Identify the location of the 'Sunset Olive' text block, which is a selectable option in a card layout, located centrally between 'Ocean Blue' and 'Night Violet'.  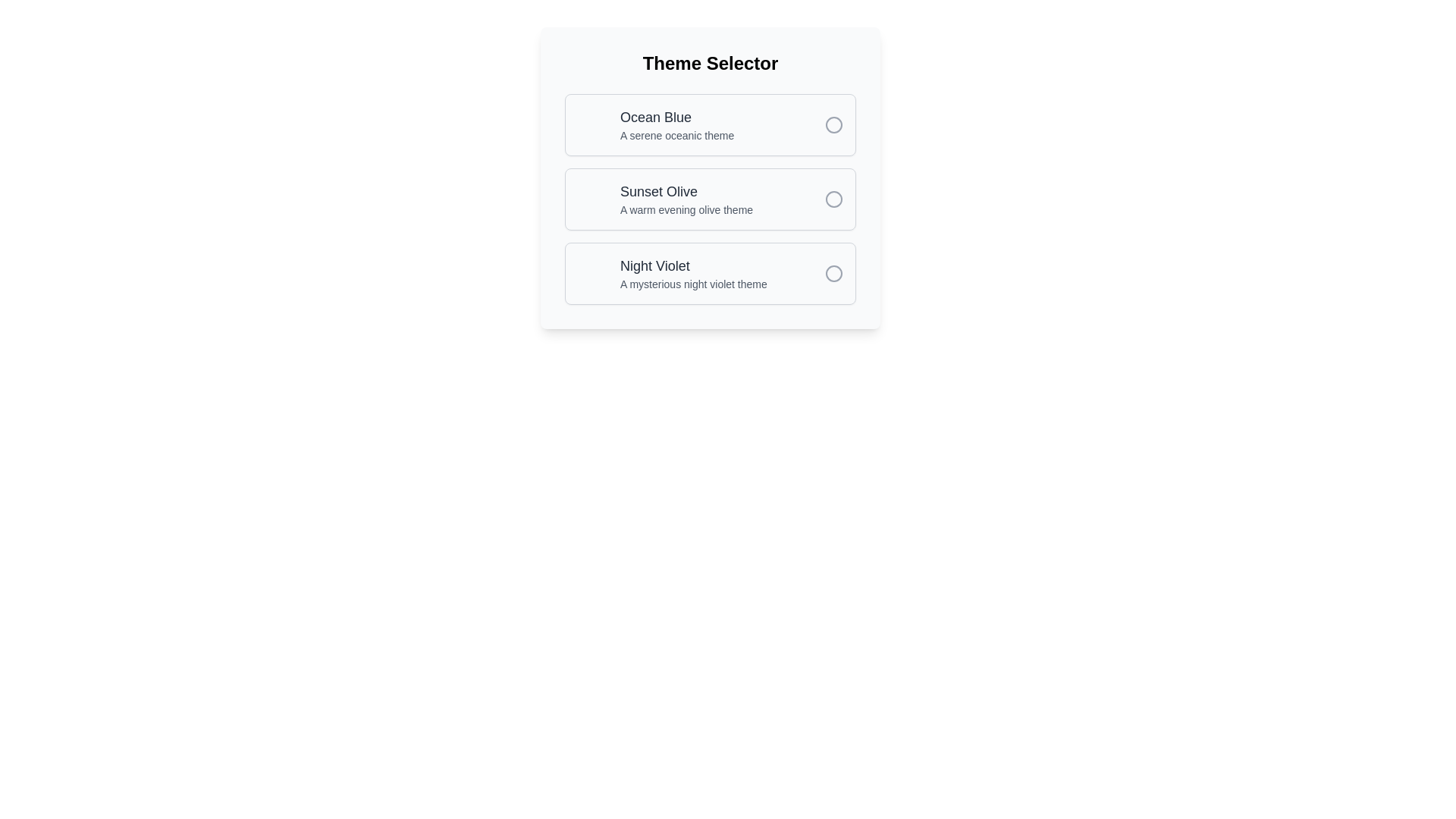
(686, 198).